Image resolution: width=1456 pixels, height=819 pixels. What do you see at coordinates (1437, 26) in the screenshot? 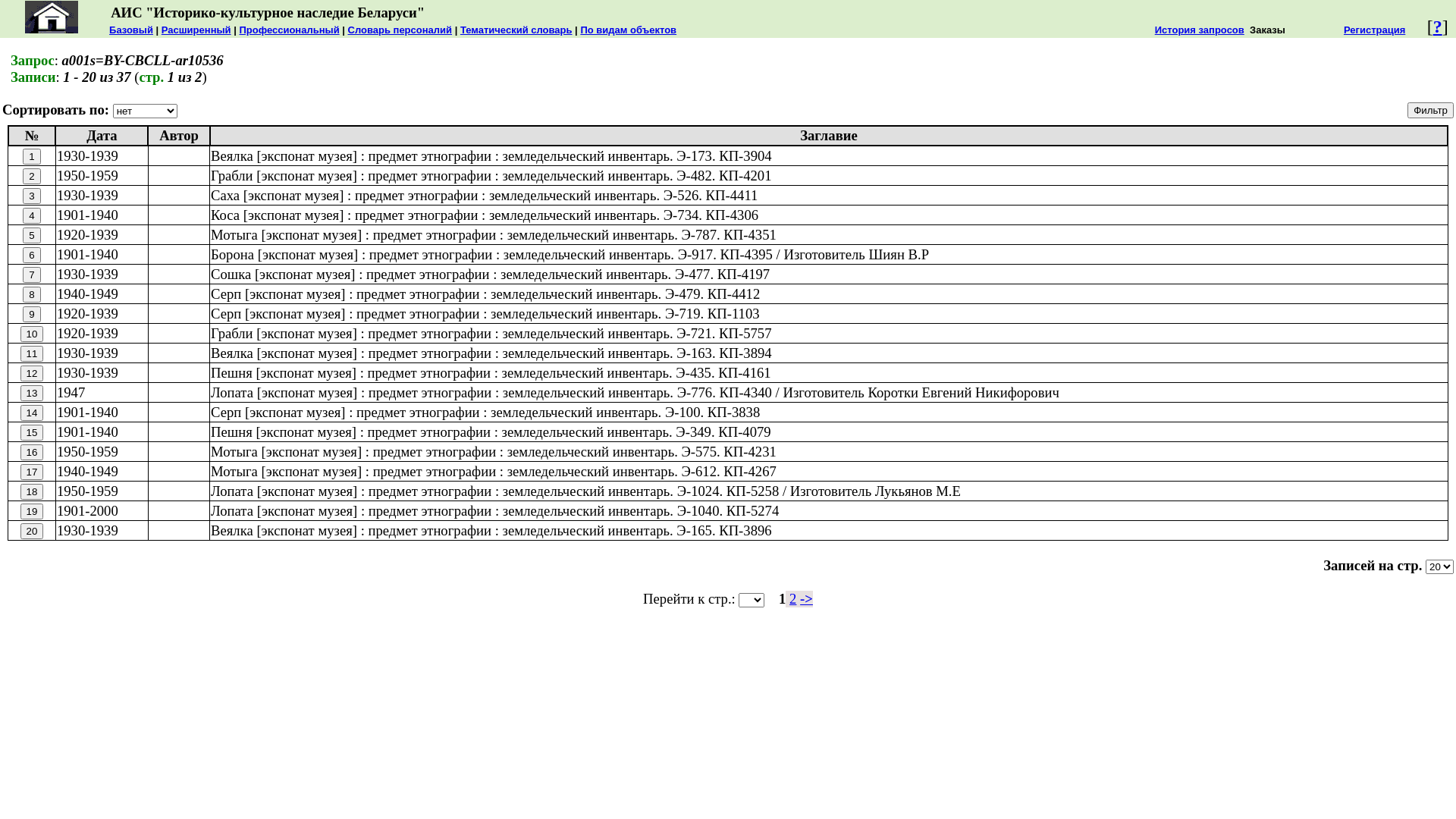
I see `'?'` at bounding box center [1437, 26].